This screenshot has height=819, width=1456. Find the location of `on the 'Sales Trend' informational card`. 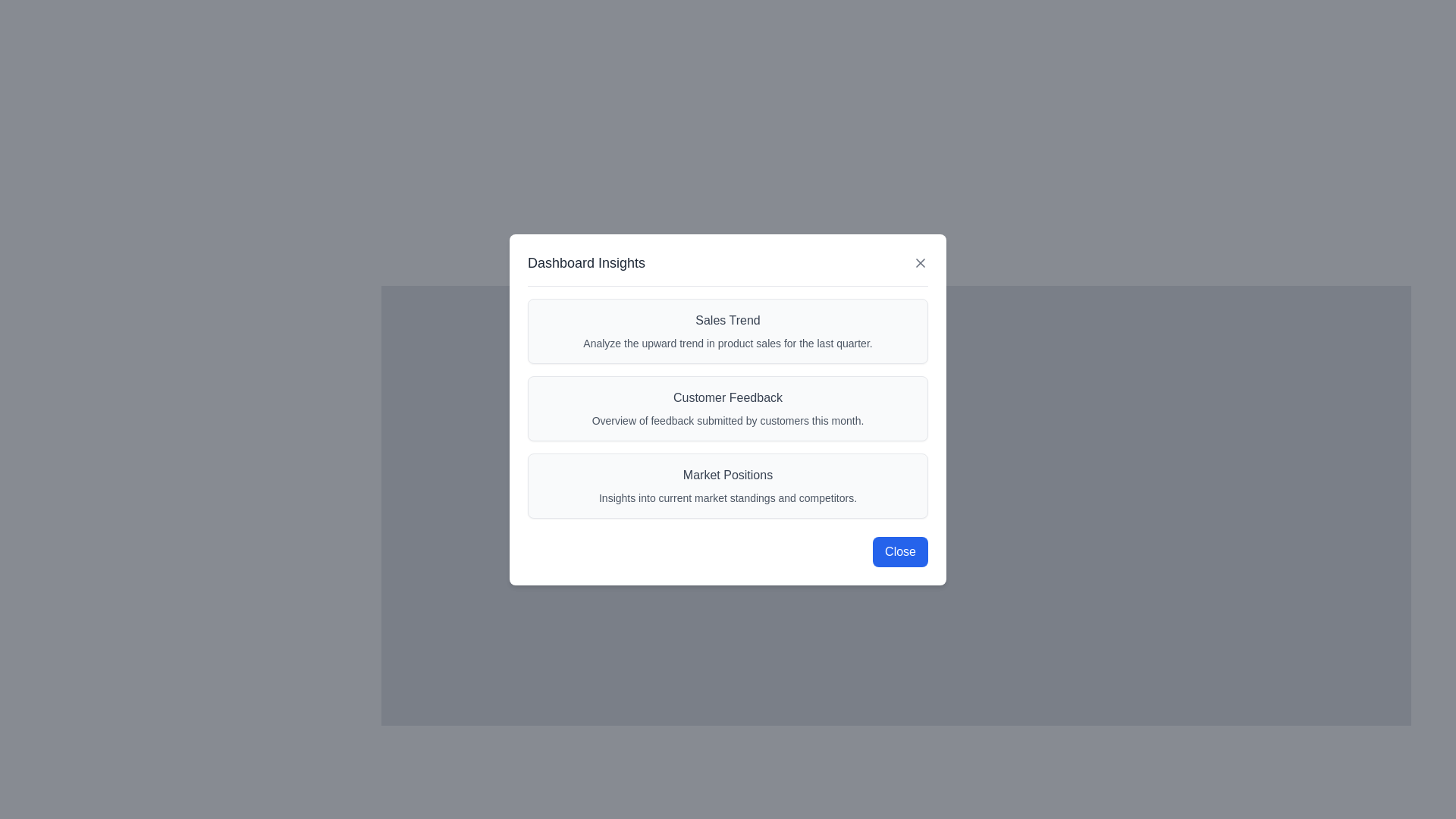

on the 'Sales Trend' informational card is located at coordinates (728, 329).